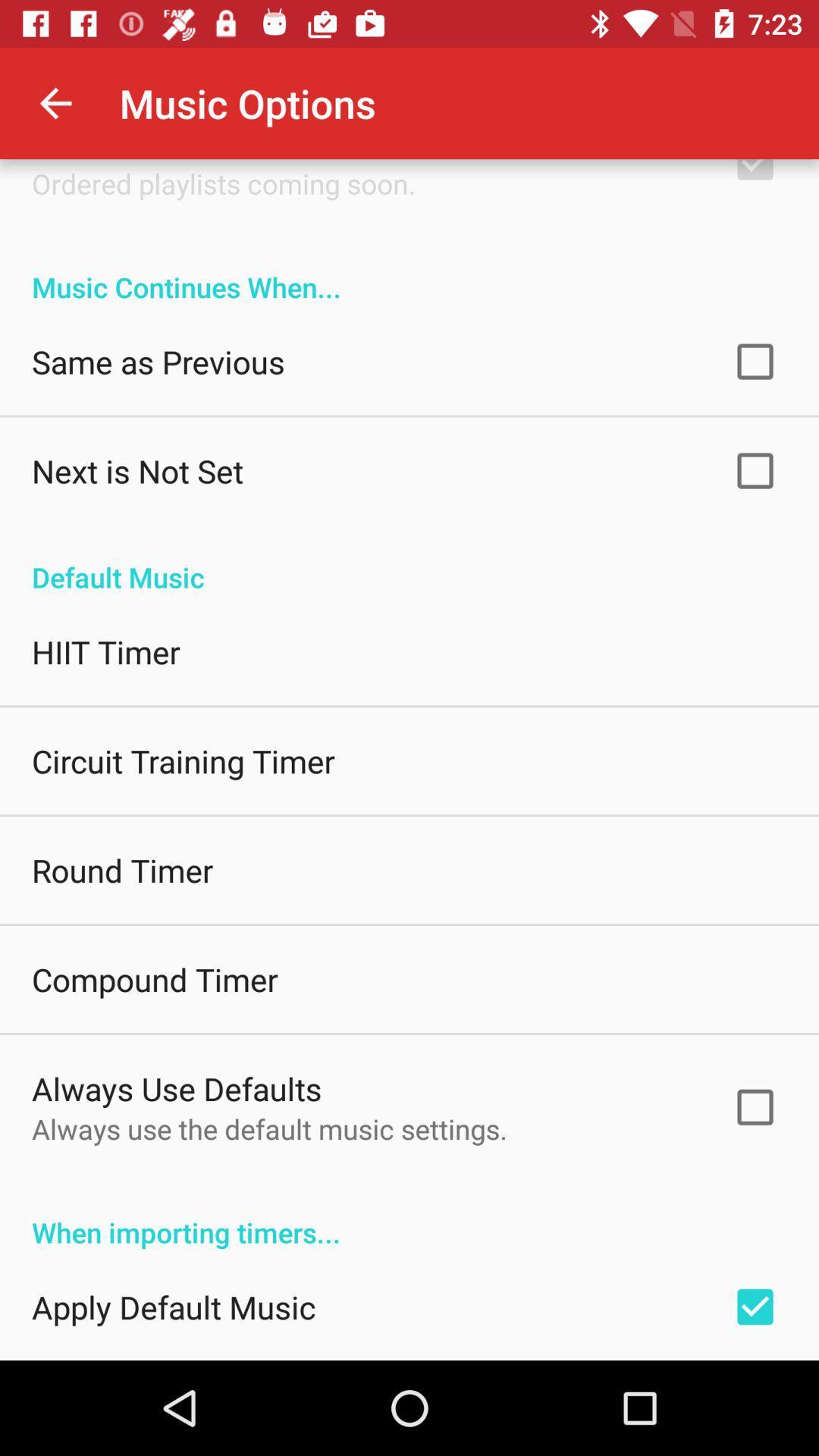  I want to click on compound timer item, so click(155, 979).